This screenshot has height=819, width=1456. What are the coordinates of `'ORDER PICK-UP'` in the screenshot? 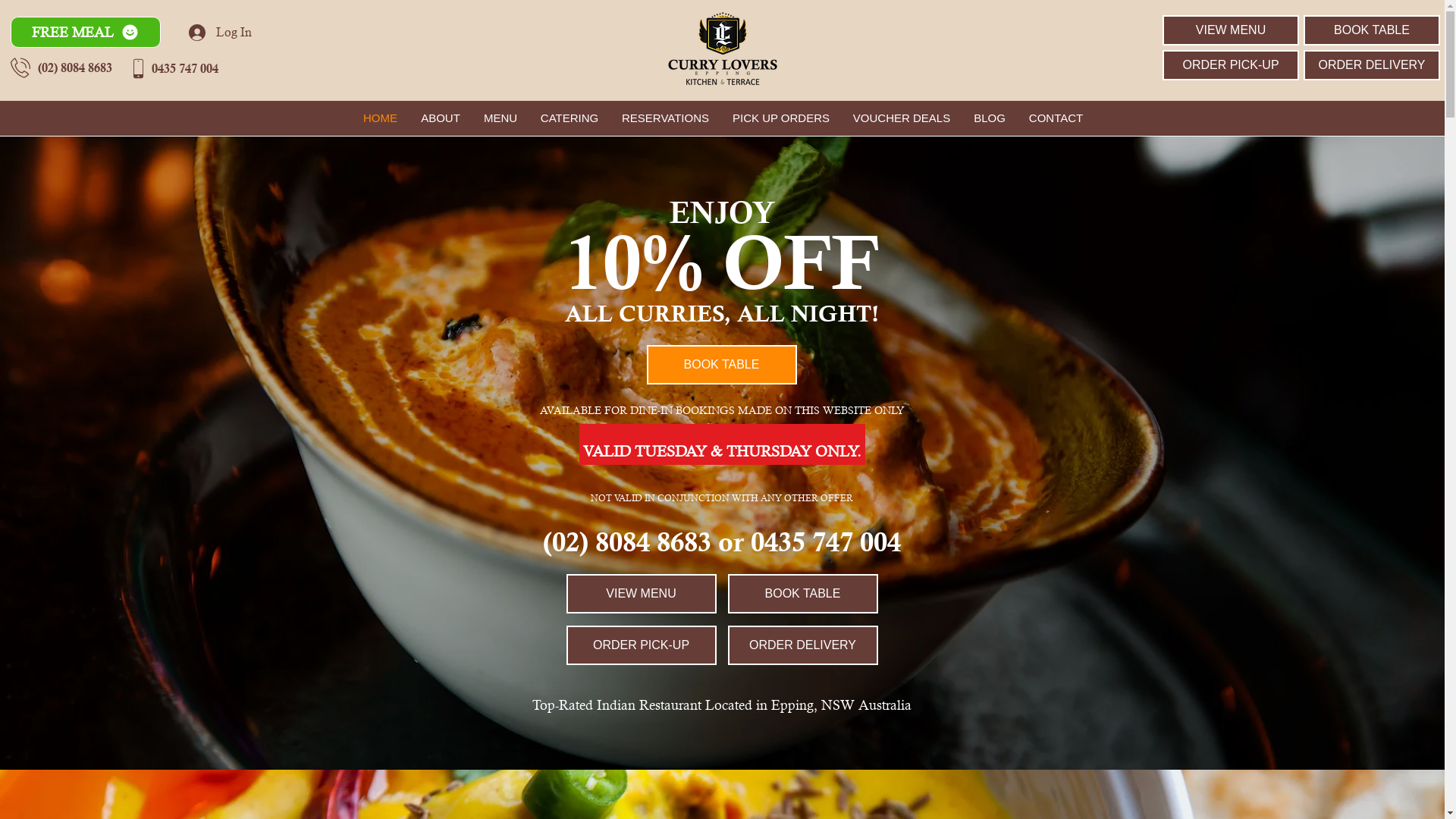 It's located at (1230, 64).